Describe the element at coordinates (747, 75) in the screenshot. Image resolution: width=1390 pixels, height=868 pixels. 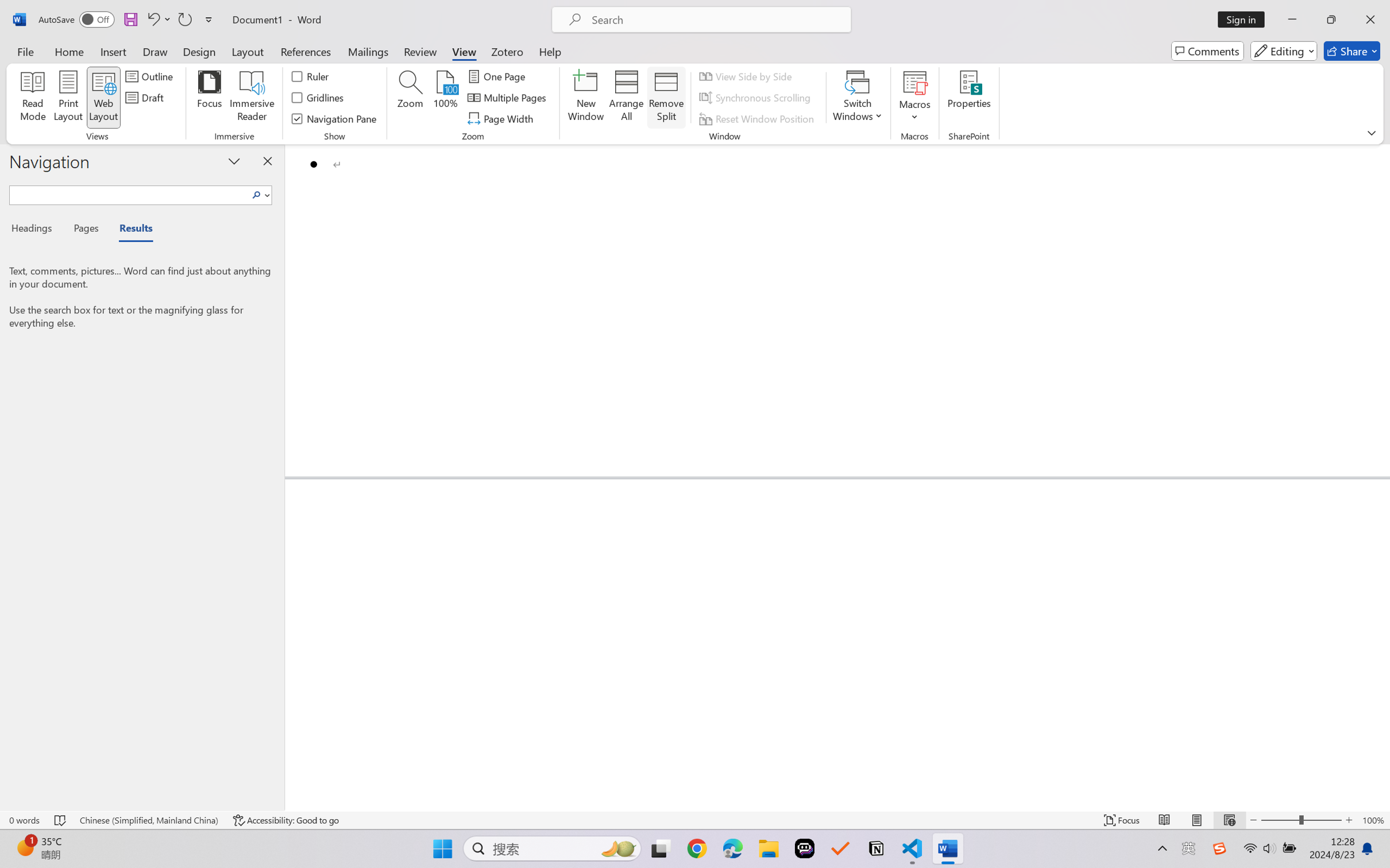
I see `'View Side by Side'` at that location.